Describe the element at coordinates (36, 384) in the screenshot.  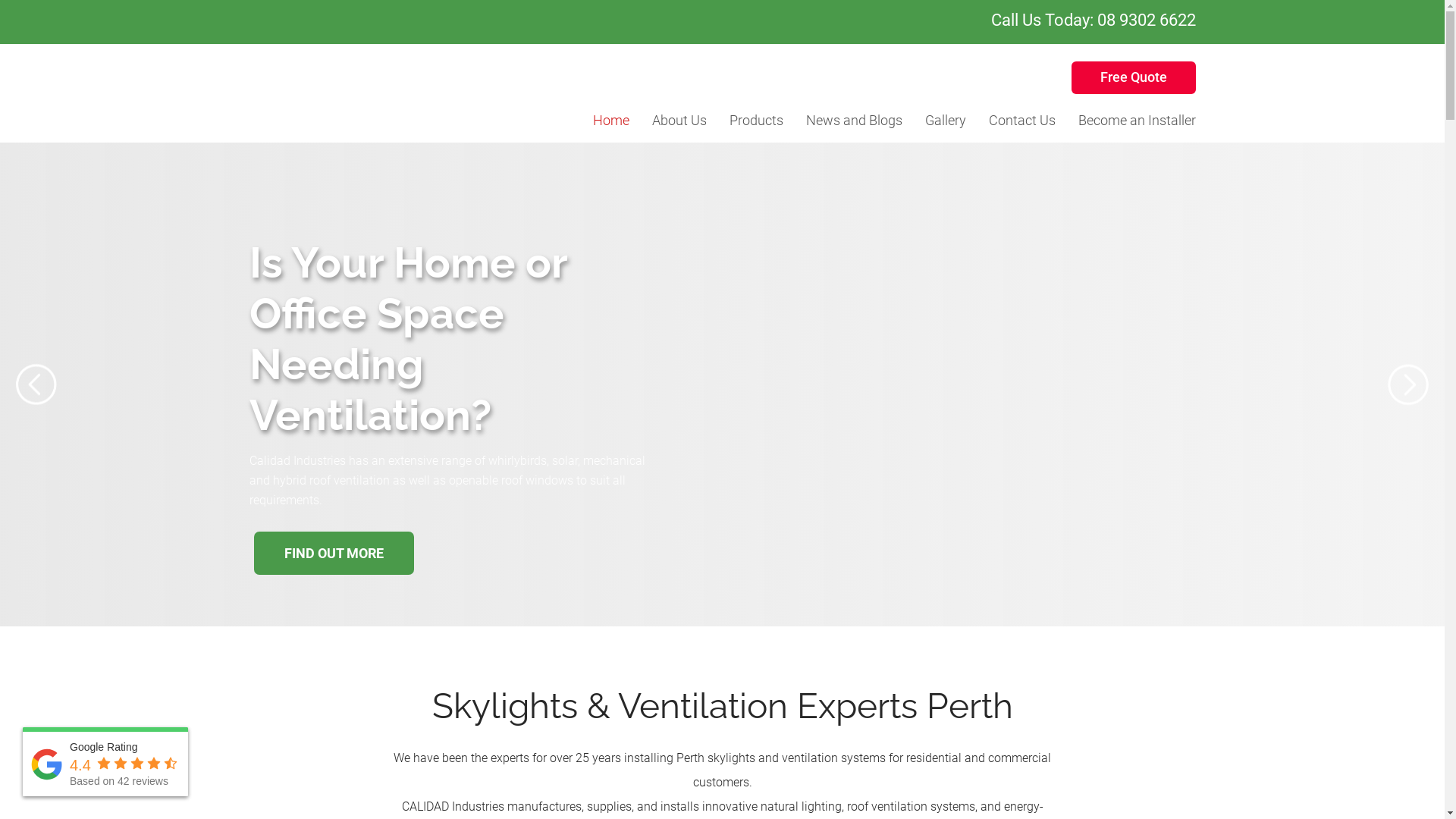
I see `'Previous'` at that location.